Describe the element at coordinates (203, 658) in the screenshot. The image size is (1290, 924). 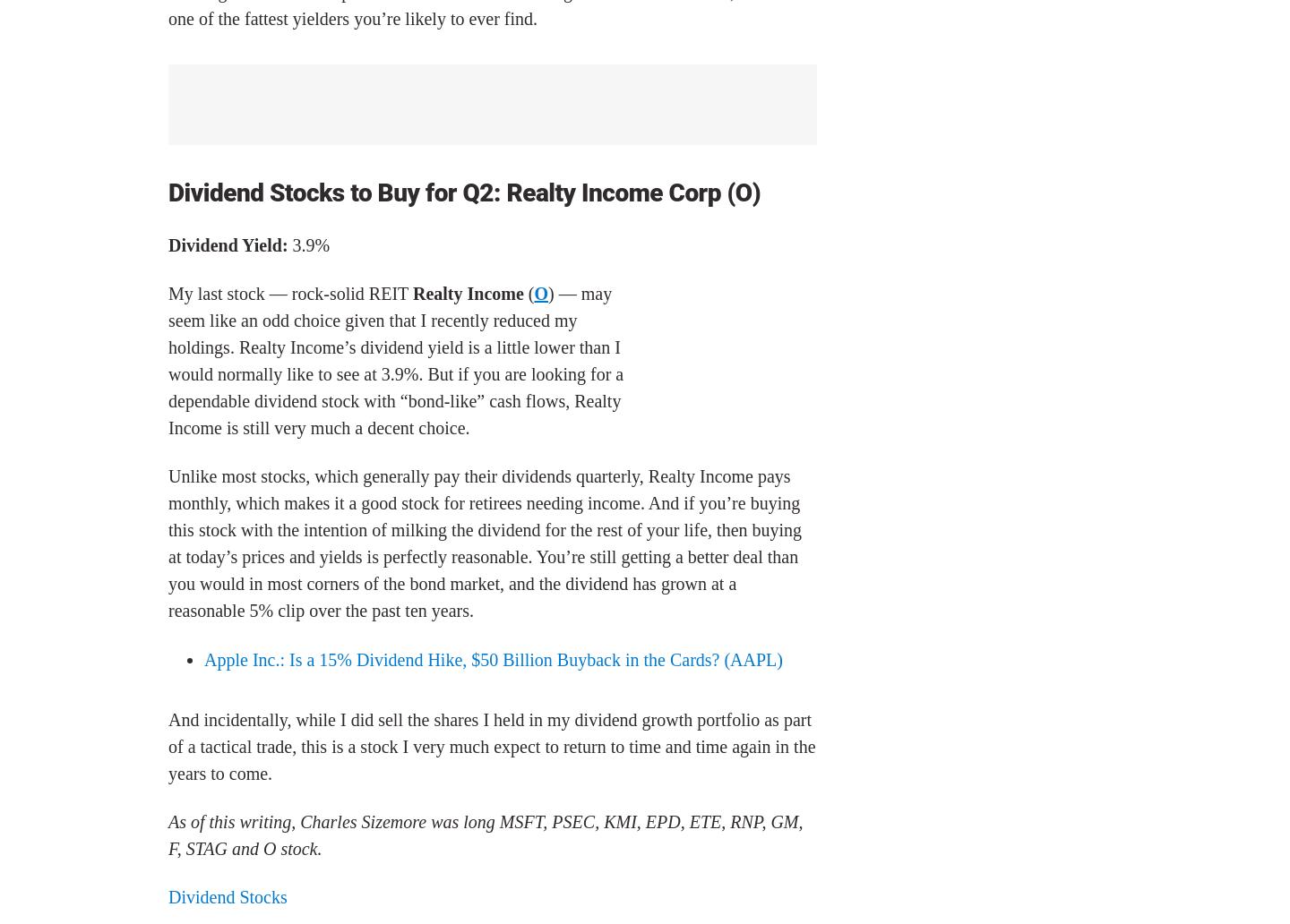
I see `'Apple Inc.: Is a 15% Dividend Hike, $50 Billion Buyback in the Cards? (AAPL)'` at that location.